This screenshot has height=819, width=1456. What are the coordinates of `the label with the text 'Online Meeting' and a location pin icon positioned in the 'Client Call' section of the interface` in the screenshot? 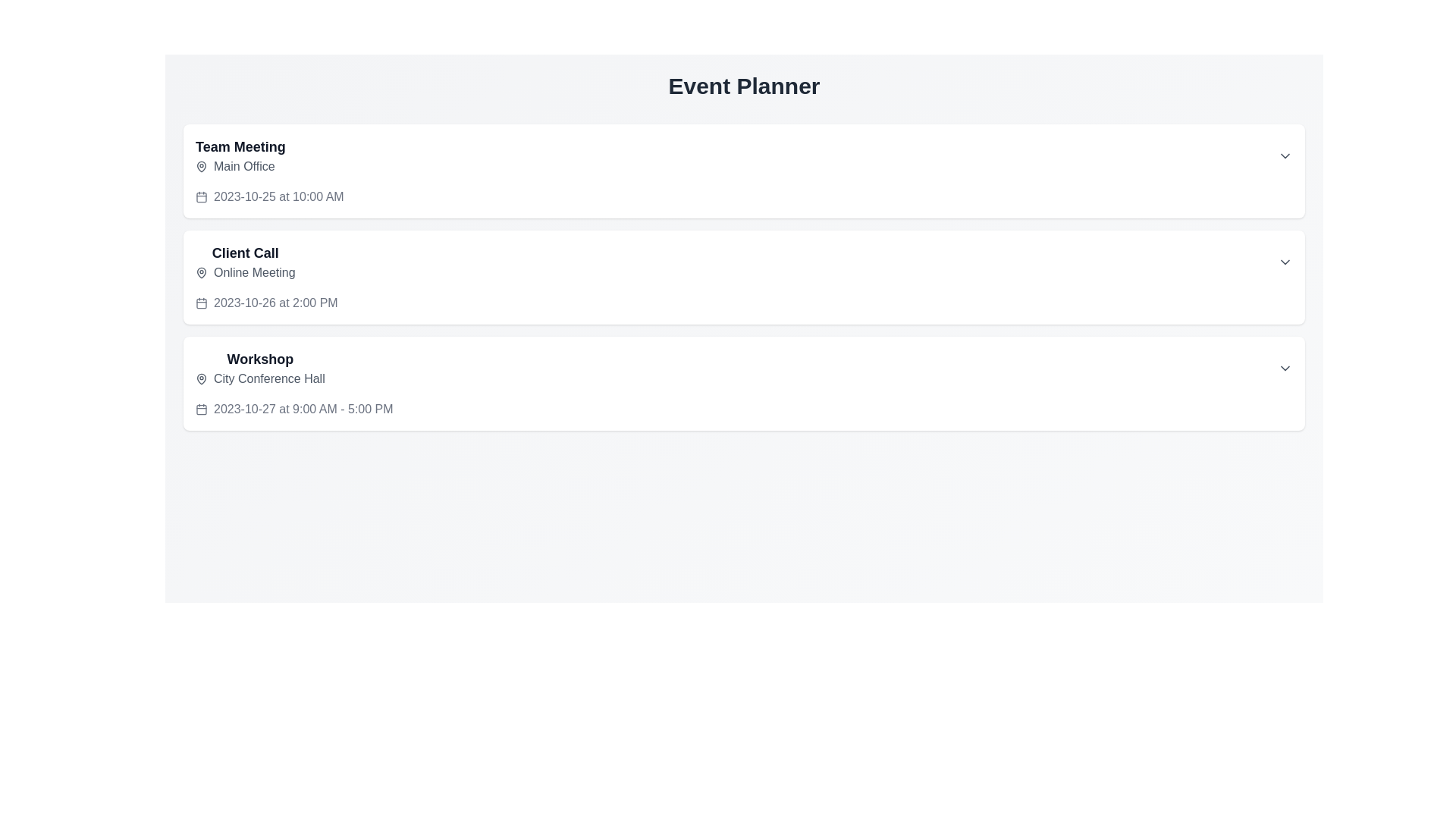 It's located at (245, 271).